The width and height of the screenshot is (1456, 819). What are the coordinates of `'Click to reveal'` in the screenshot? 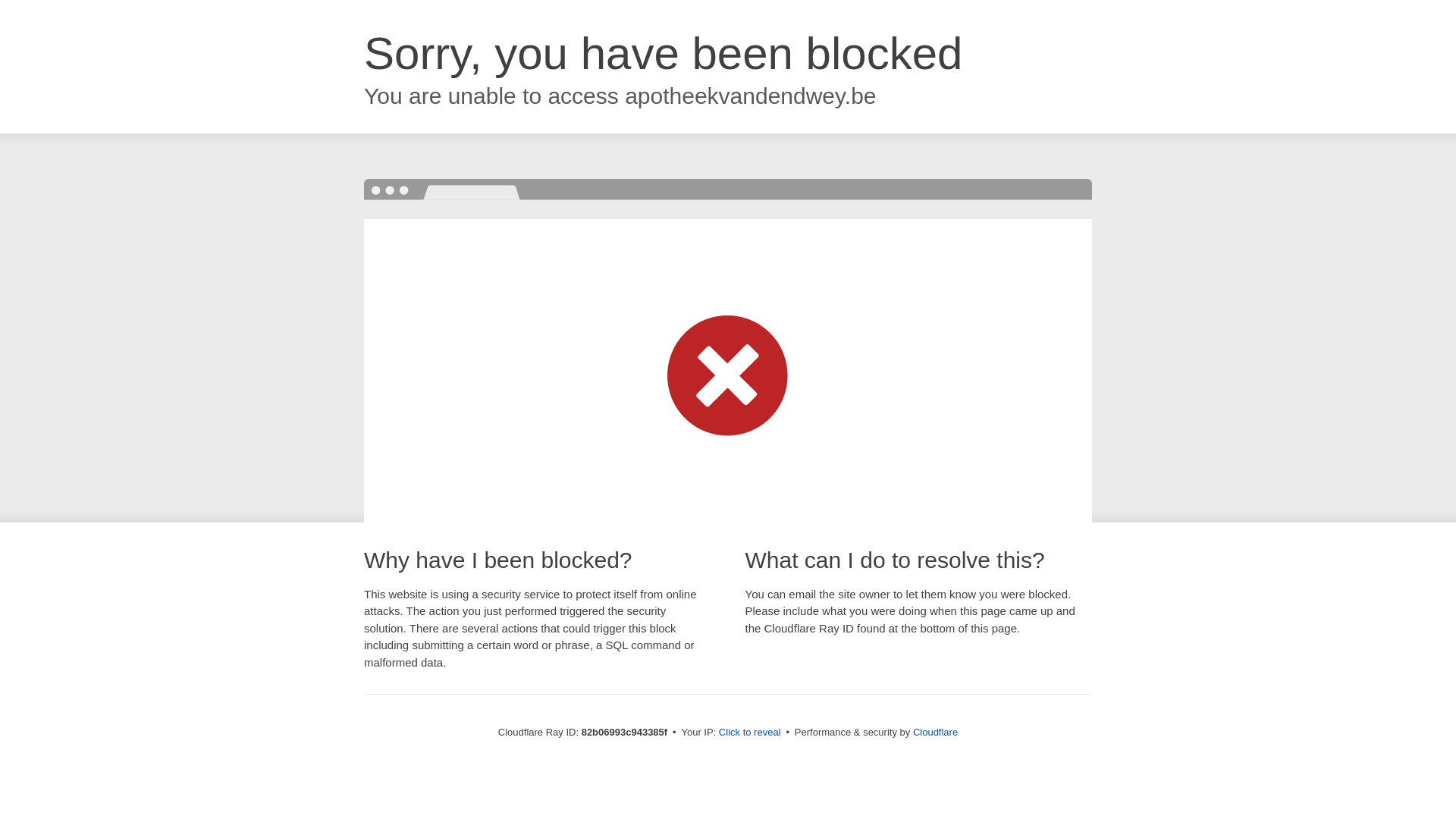 It's located at (749, 731).